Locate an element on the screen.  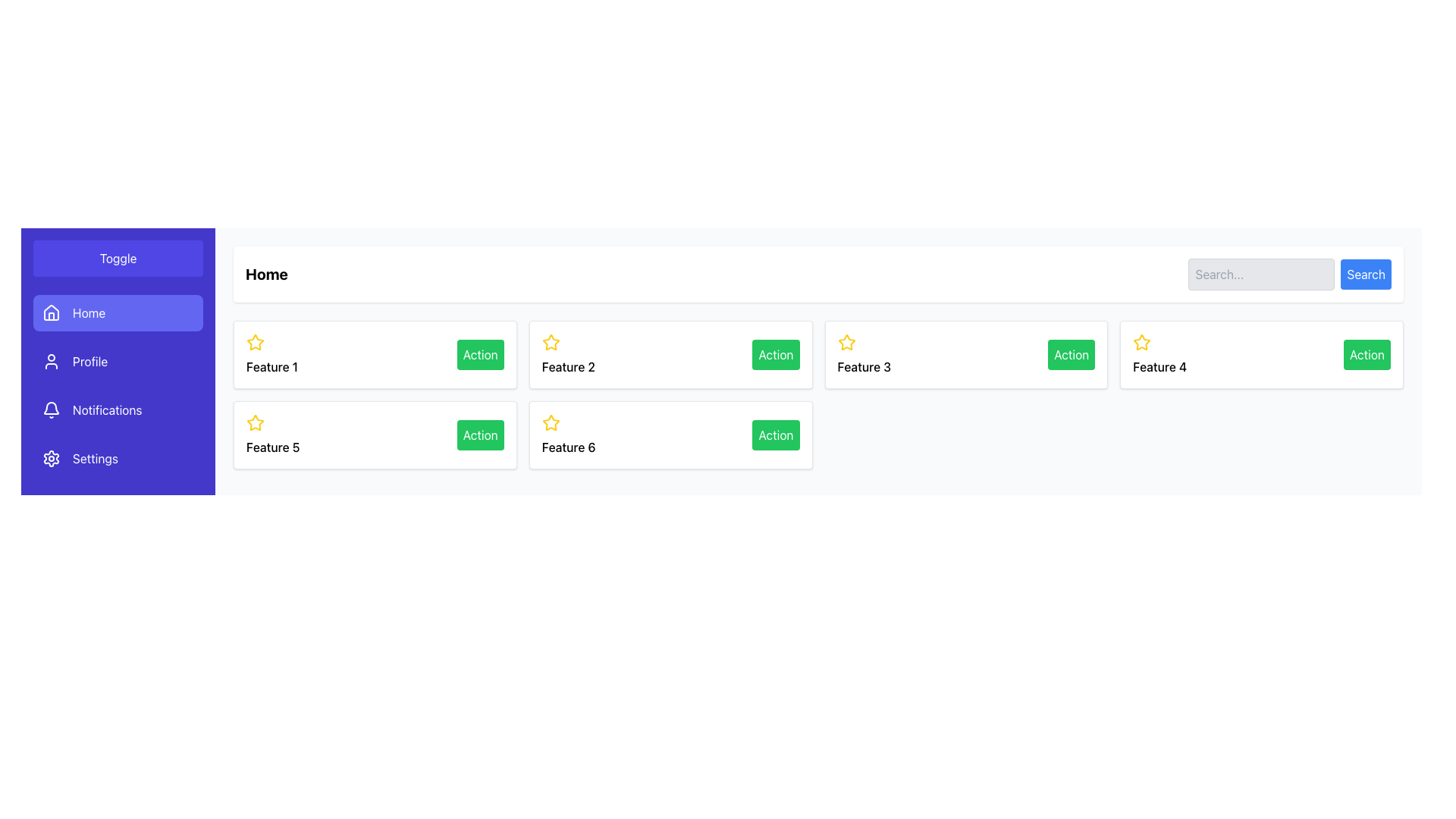
the door-like component of the house icon in the sidebar, which is styled with vector graphic attributes and is centered within the house figure in the navigation menu is located at coordinates (51, 315).